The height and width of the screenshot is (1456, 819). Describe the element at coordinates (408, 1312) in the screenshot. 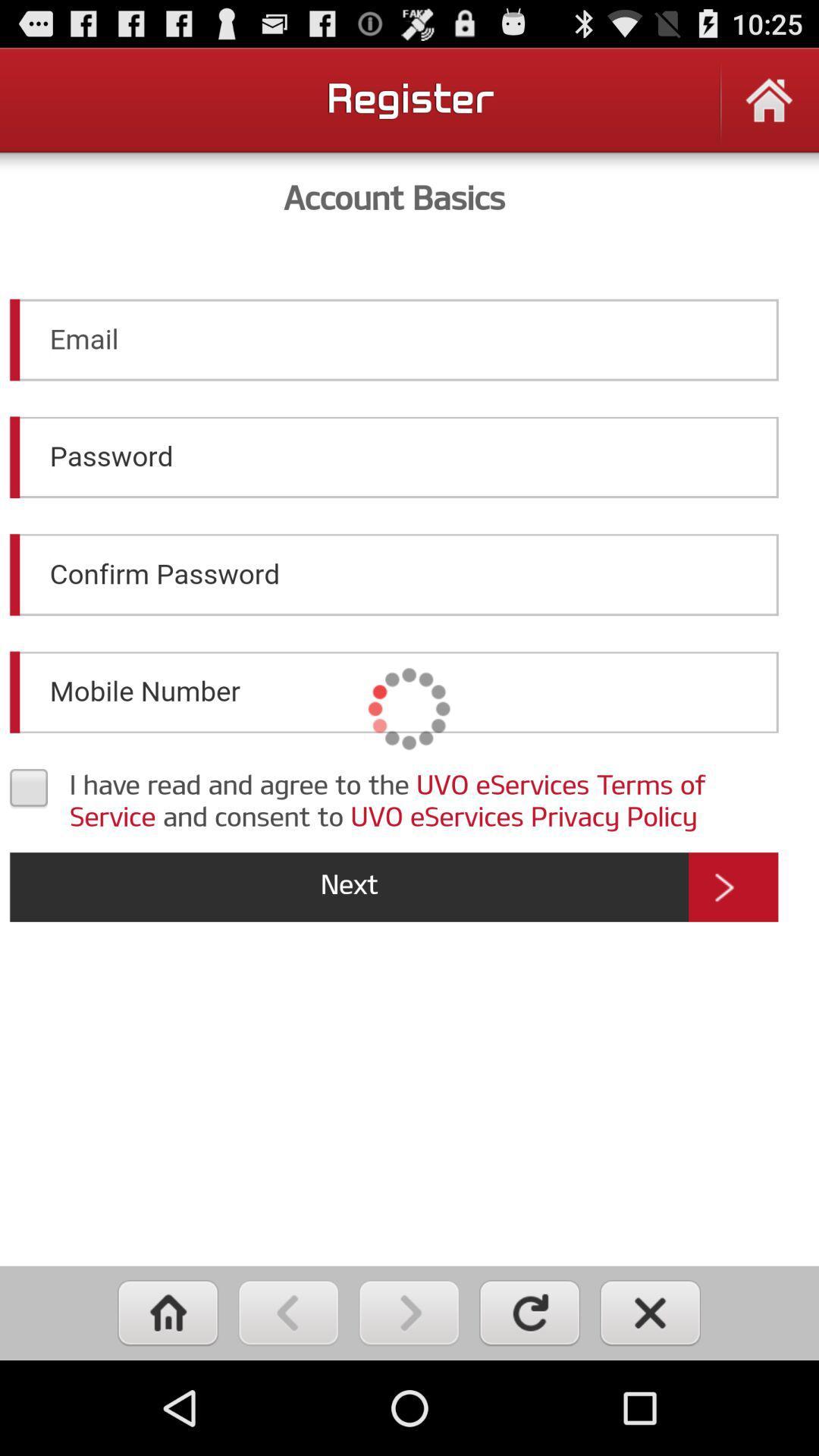

I see `go forward` at that location.